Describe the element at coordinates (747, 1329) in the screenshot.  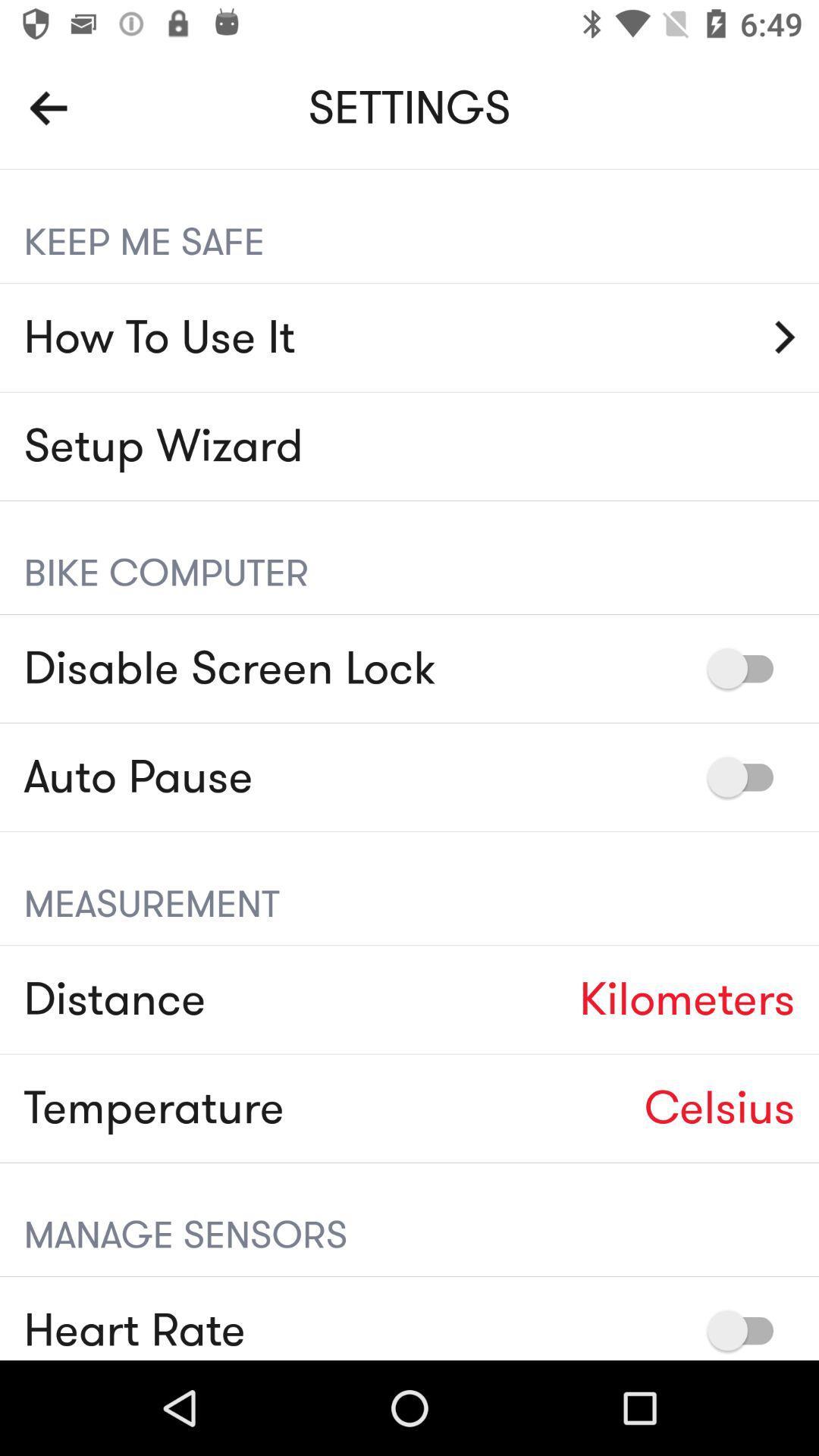
I see `heart-rate sensor` at that location.